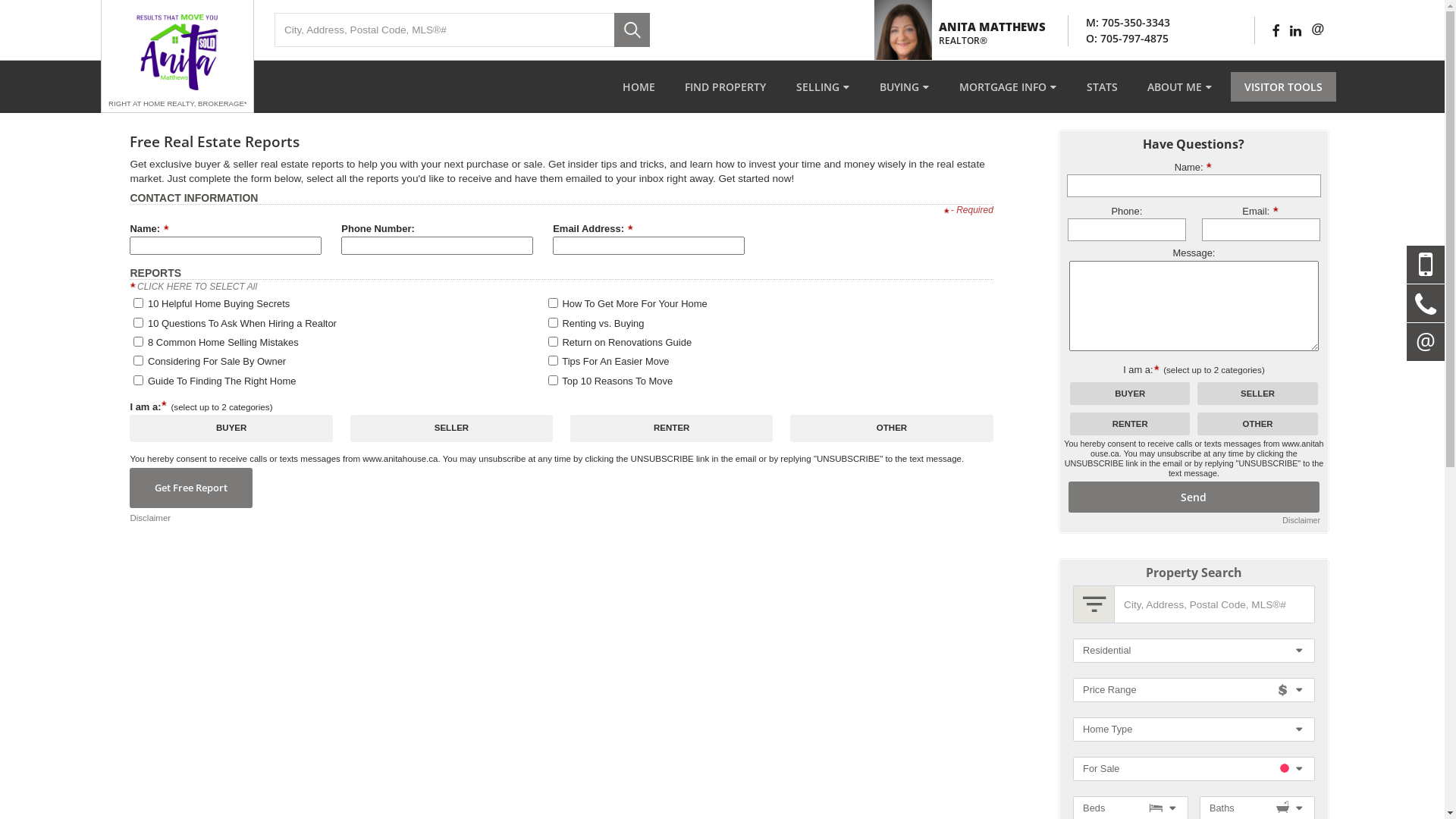 This screenshot has width=1456, height=819. I want to click on 'STATS', so click(1072, 86).